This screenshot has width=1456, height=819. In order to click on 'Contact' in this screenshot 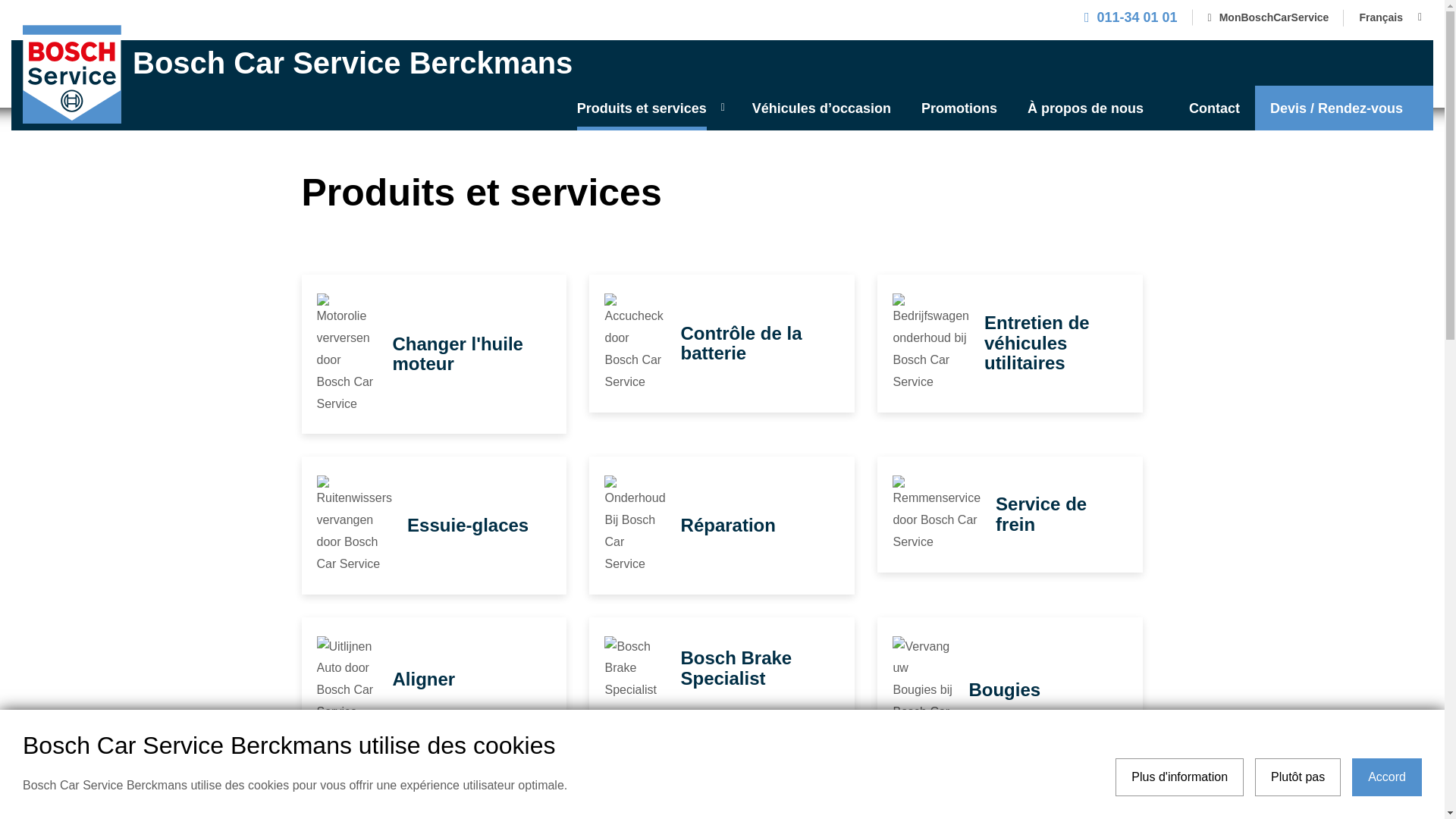, I will do `click(1214, 107)`.